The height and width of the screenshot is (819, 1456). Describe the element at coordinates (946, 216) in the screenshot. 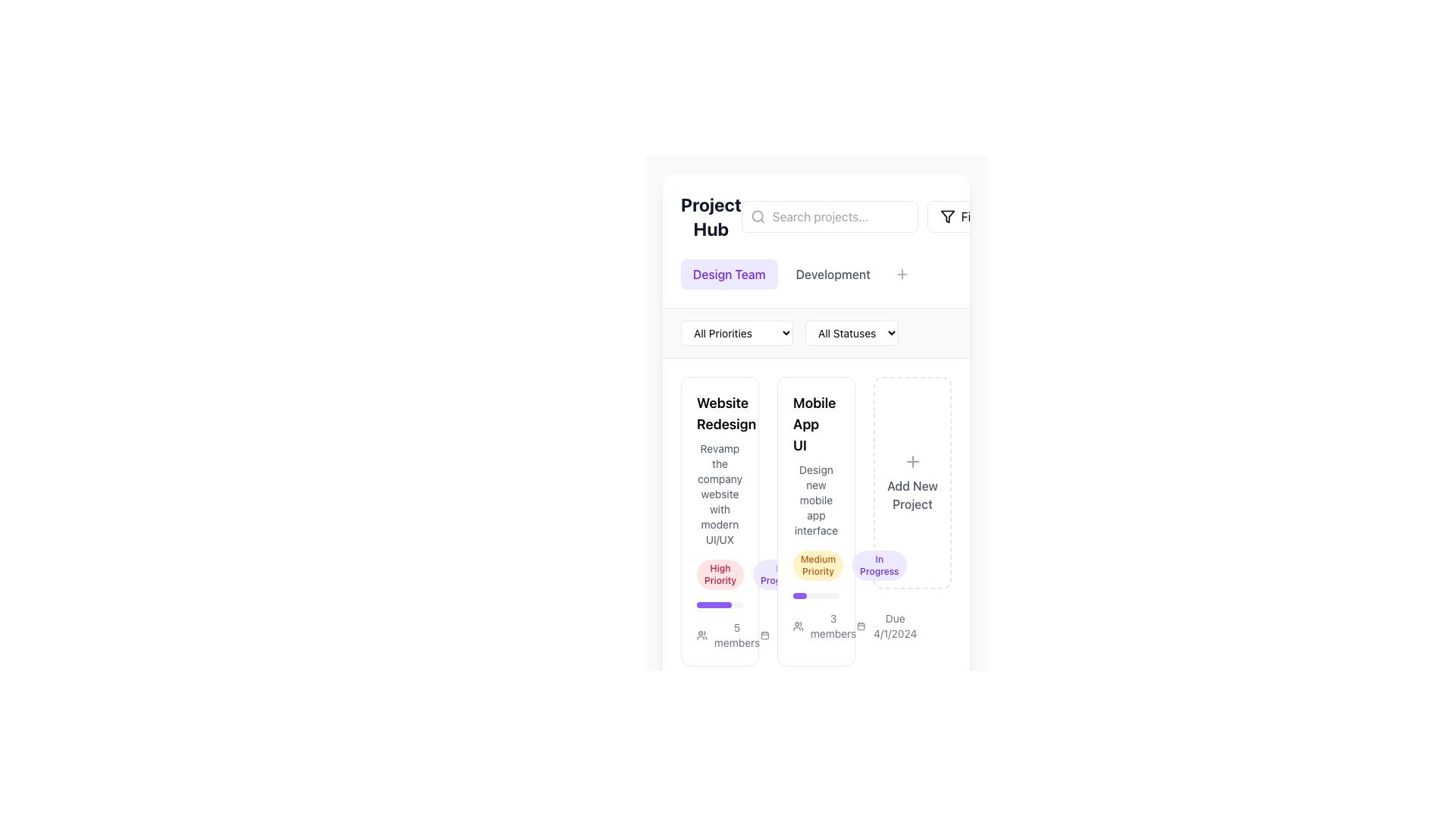

I see `the funnel-shaped filter icon located in the top-right corner of the interface` at that location.